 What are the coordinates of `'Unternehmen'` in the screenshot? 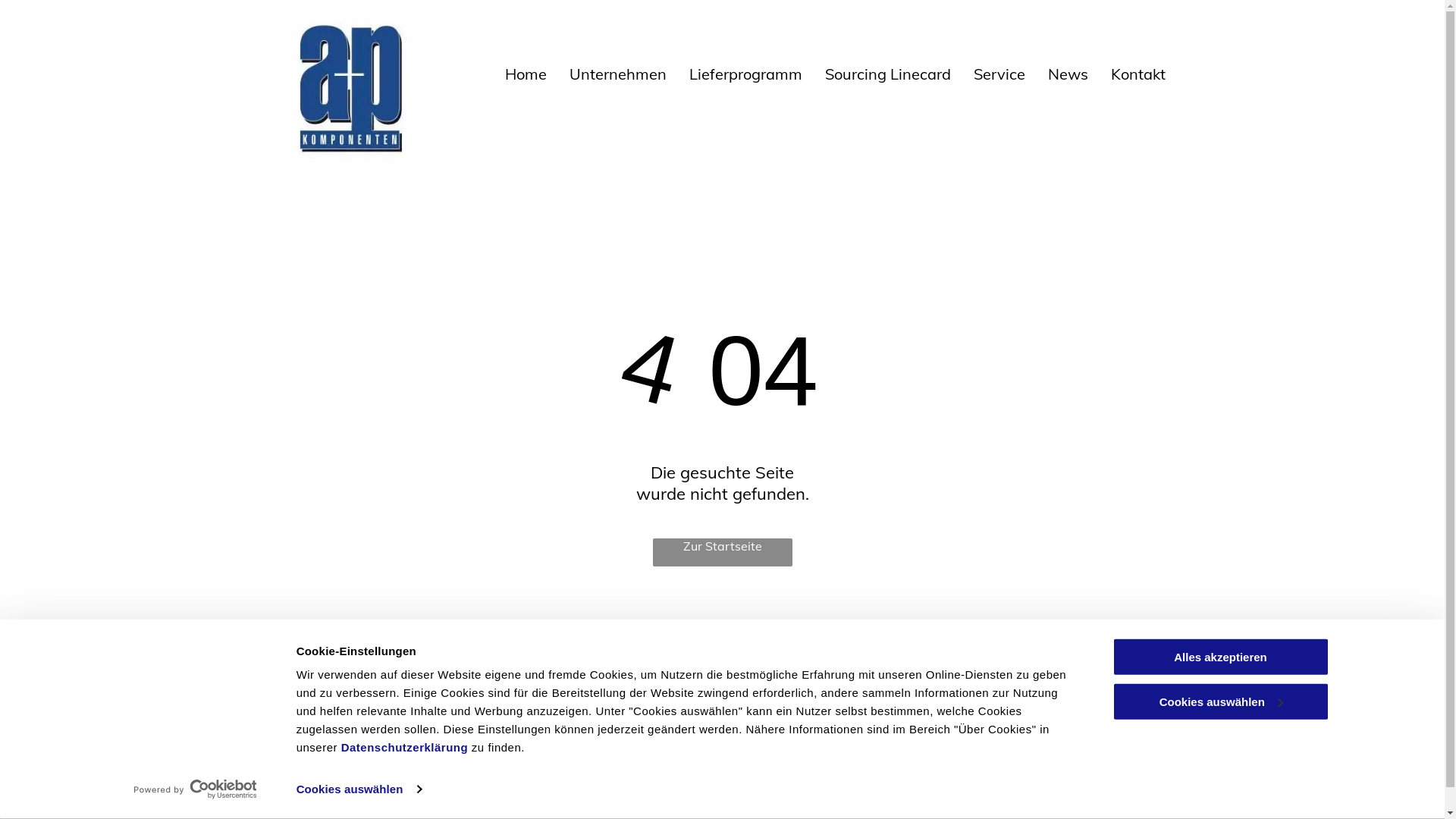 It's located at (607, 74).